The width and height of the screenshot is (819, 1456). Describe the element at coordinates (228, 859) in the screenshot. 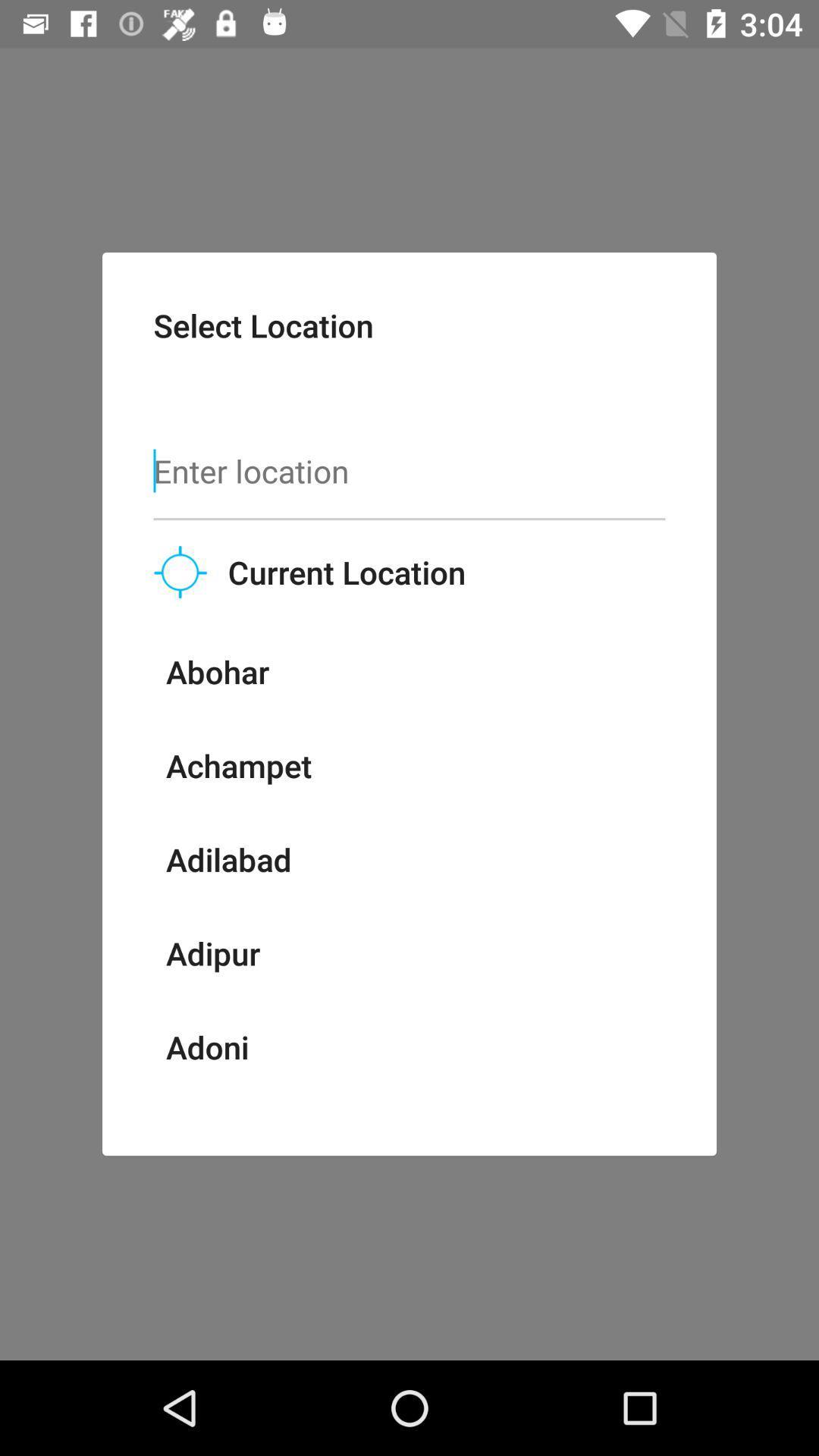

I see `the icon above adipur icon` at that location.